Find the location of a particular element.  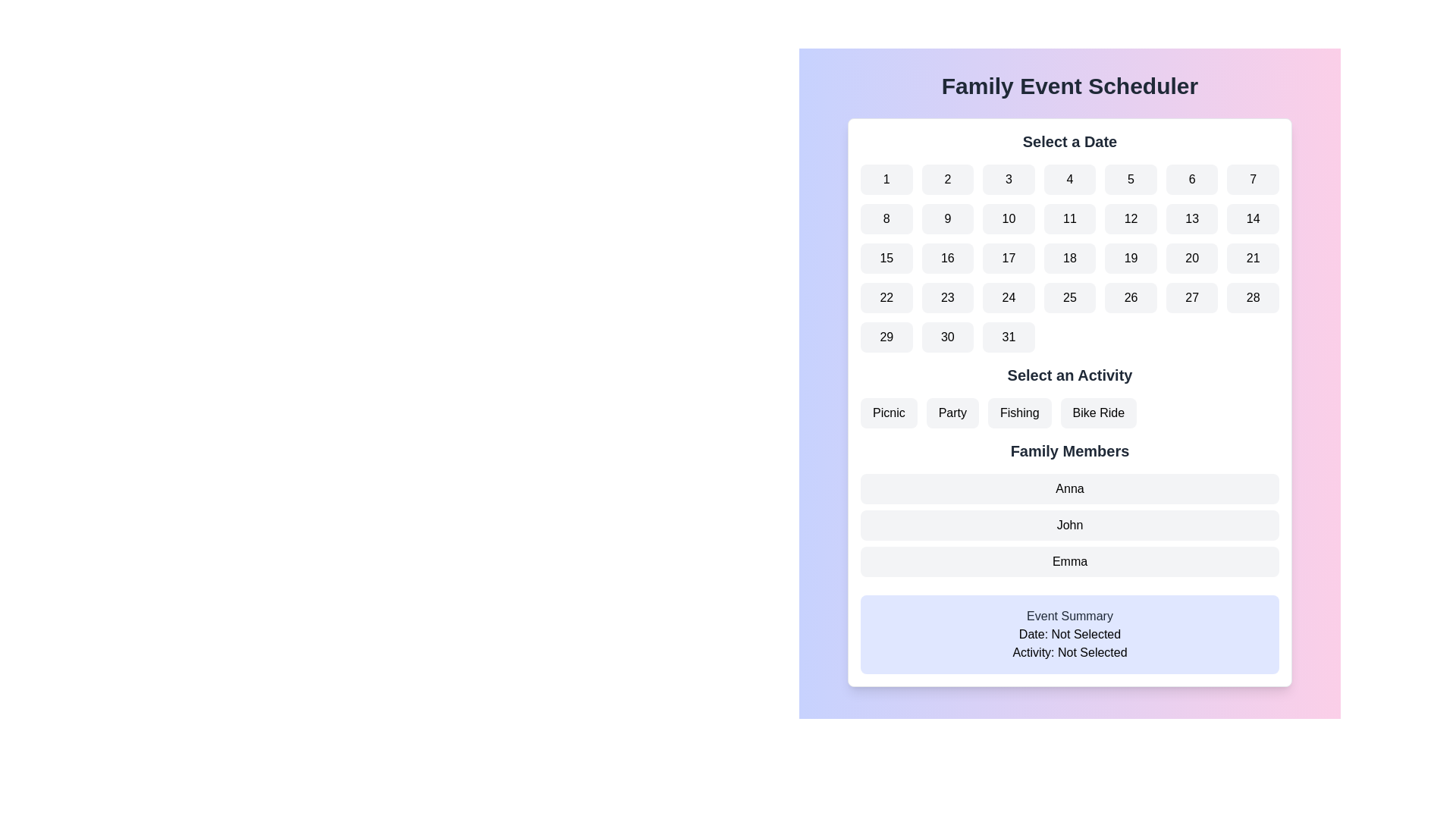

the square button with rounded corners and the number '7' displayed in black is located at coordinates (1253, 178).